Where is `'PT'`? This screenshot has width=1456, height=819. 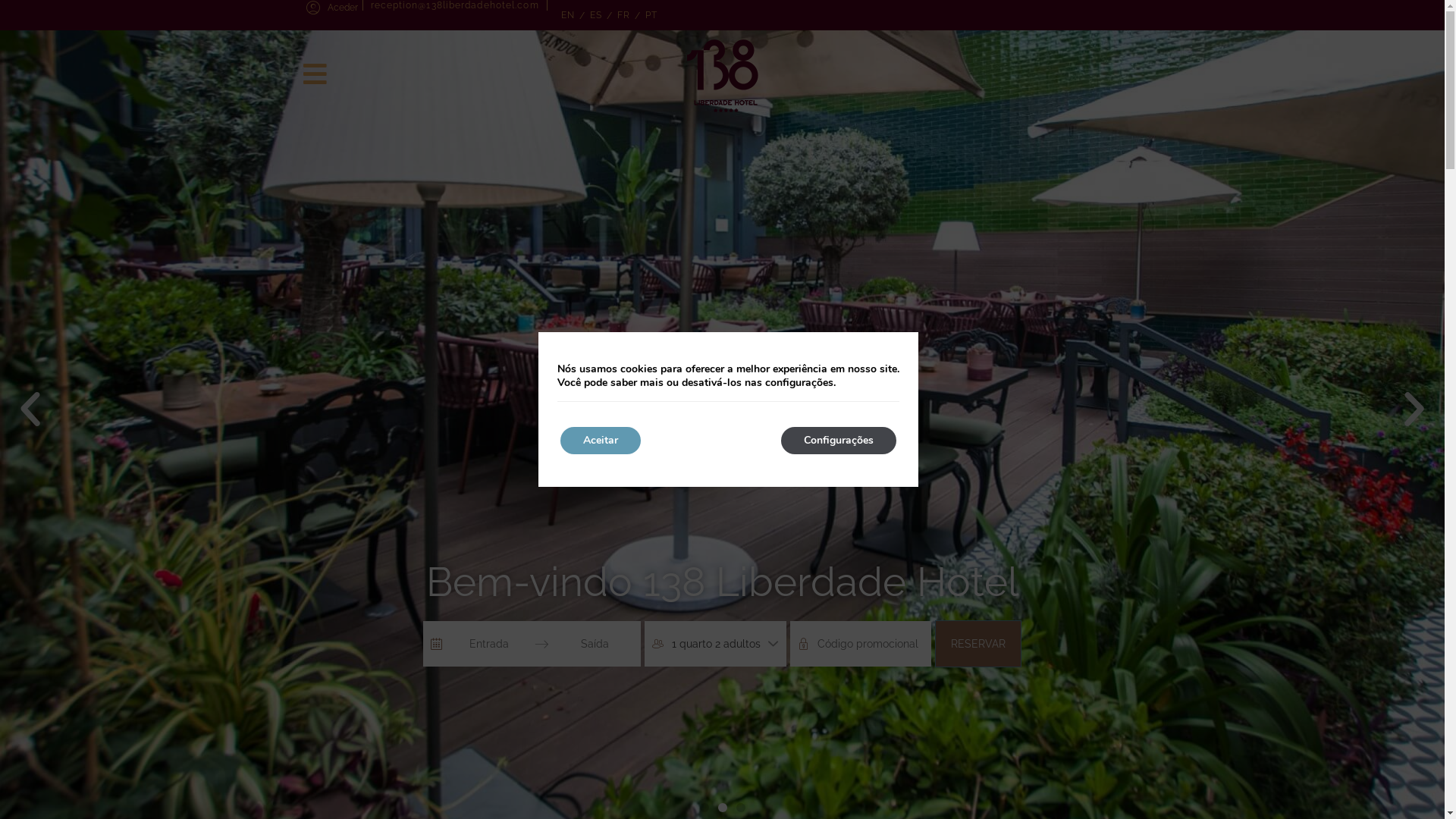 'PT' is located at coordinates (651, 14).